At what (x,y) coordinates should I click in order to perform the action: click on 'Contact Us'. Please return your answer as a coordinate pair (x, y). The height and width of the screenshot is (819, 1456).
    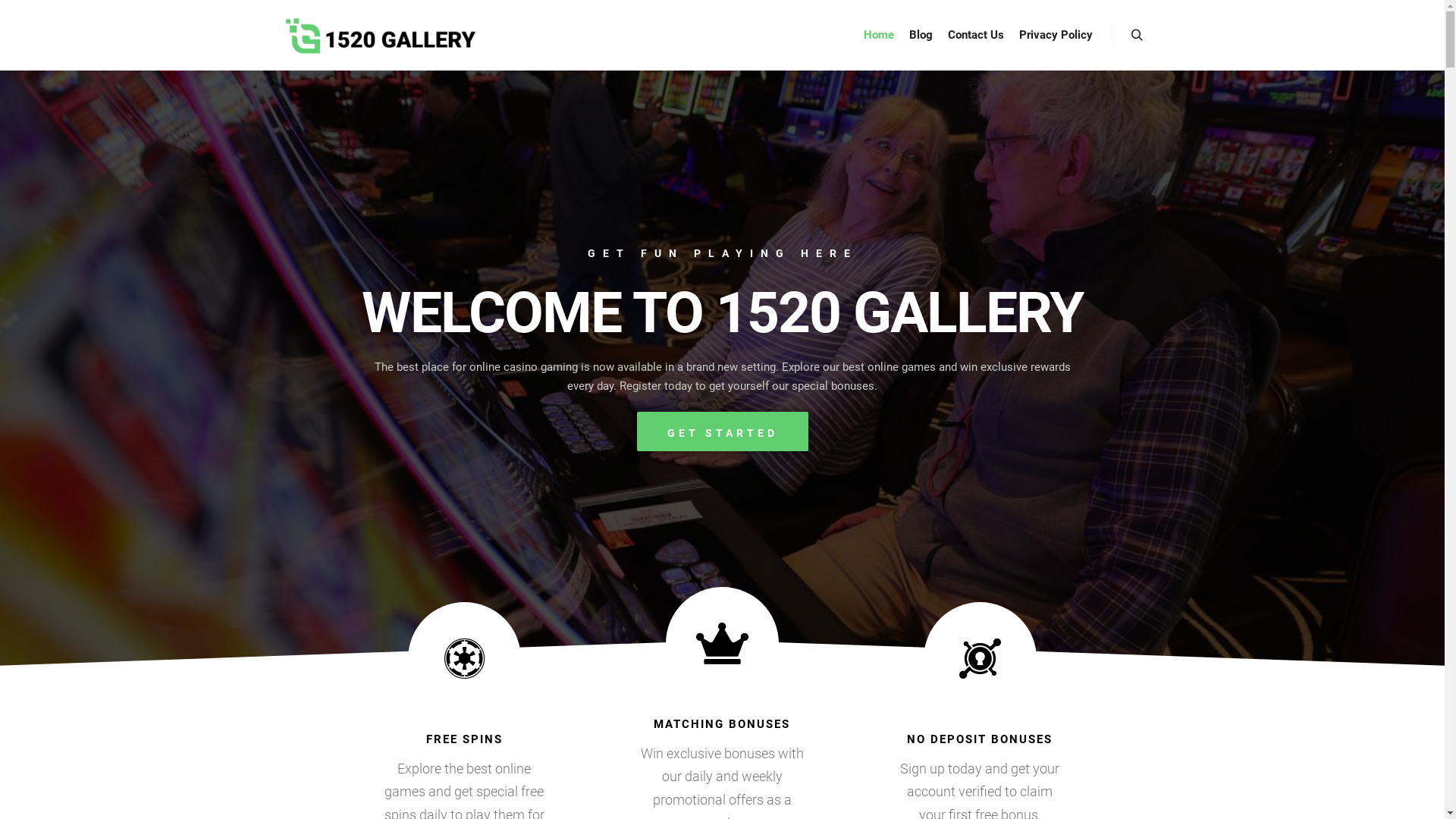
    Looking at the image, I should click on (975, 34).